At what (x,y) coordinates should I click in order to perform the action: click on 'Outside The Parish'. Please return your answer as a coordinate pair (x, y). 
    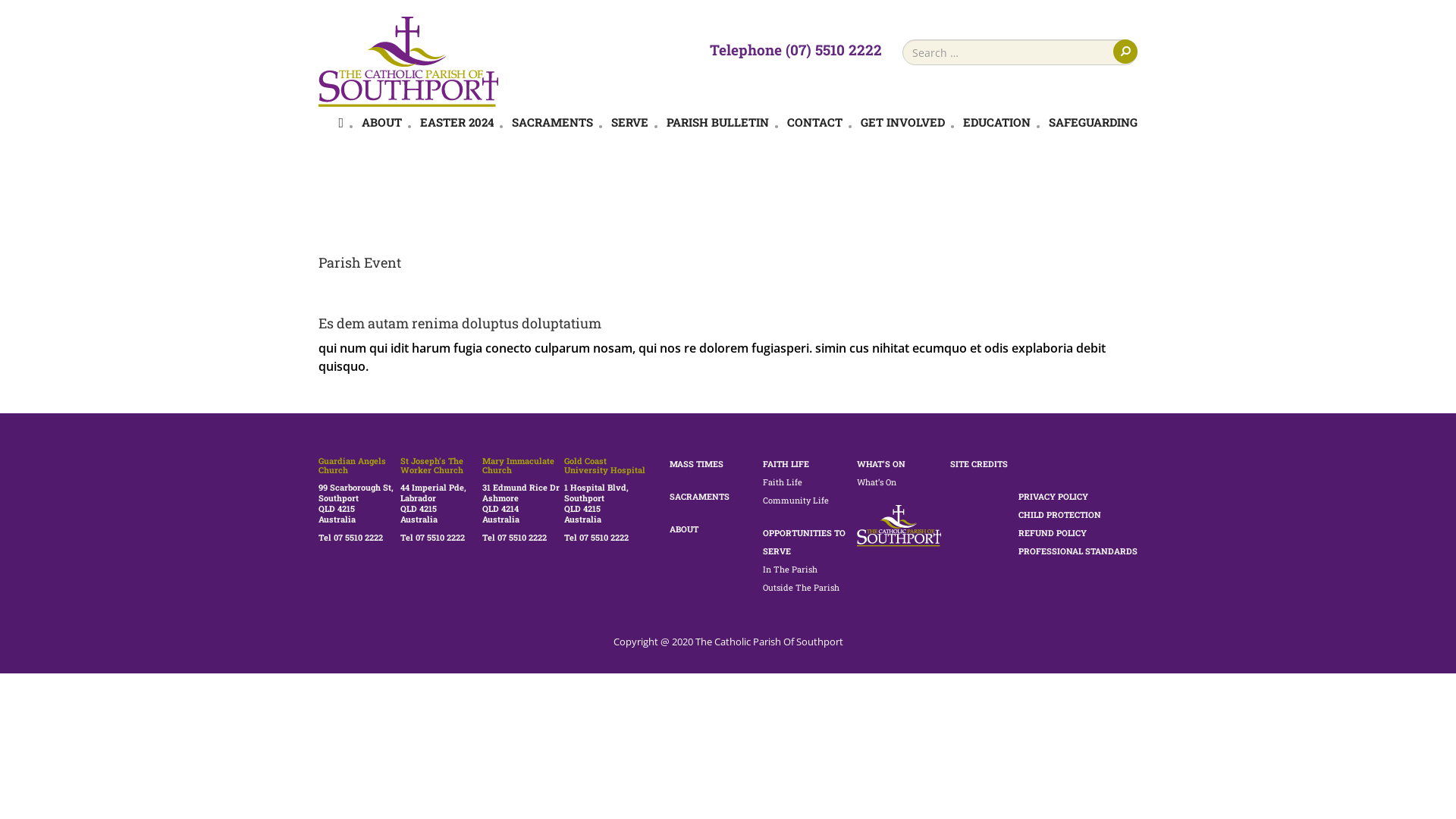
    Looking at the image, I should click on (800, 586).